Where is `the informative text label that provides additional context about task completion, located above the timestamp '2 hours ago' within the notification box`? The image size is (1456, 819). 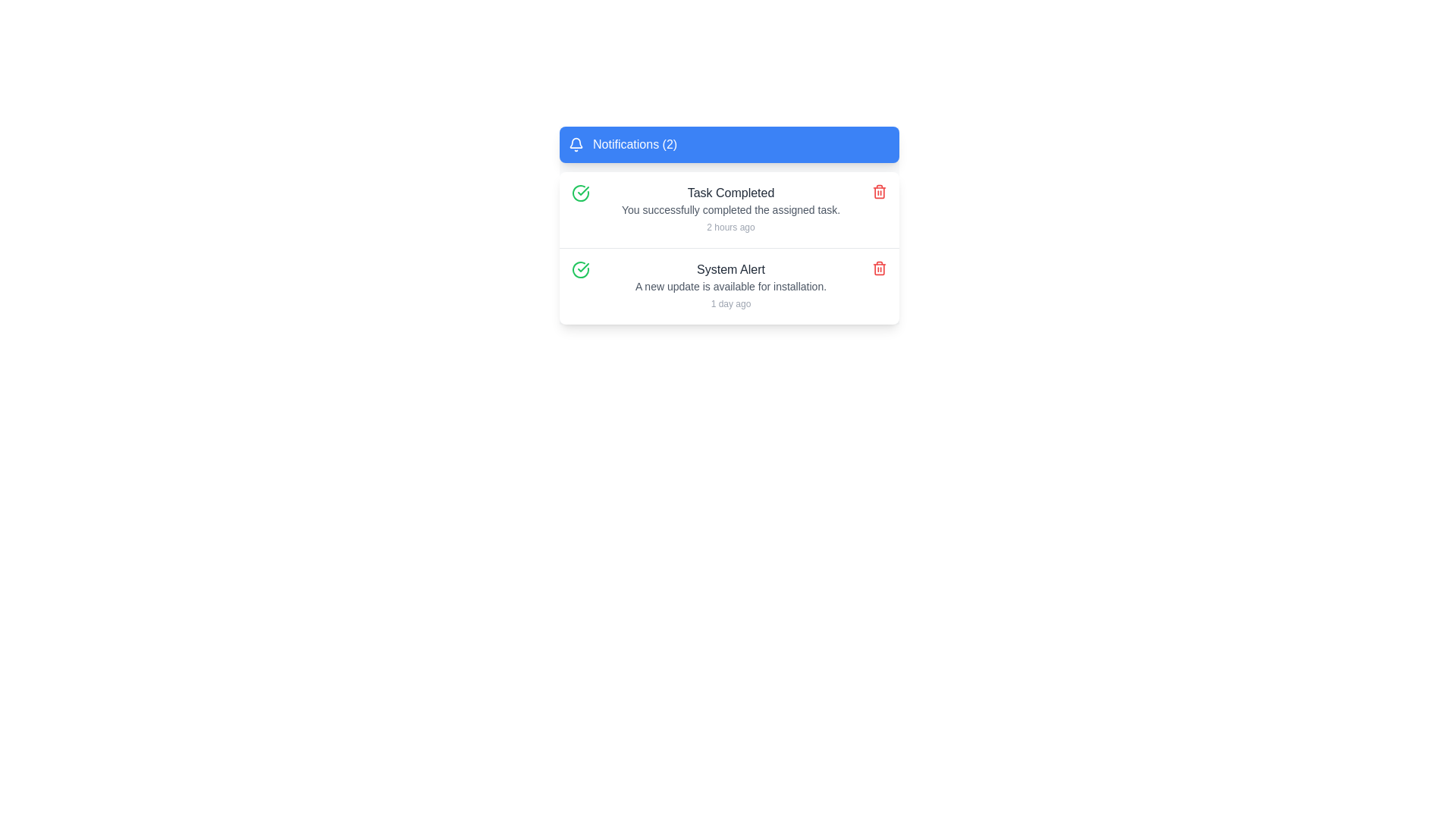 the informative text label that provides additional context about task completion, located above the timestamp '2 hours ago' within the notification box is located at coordinates (731, 210).